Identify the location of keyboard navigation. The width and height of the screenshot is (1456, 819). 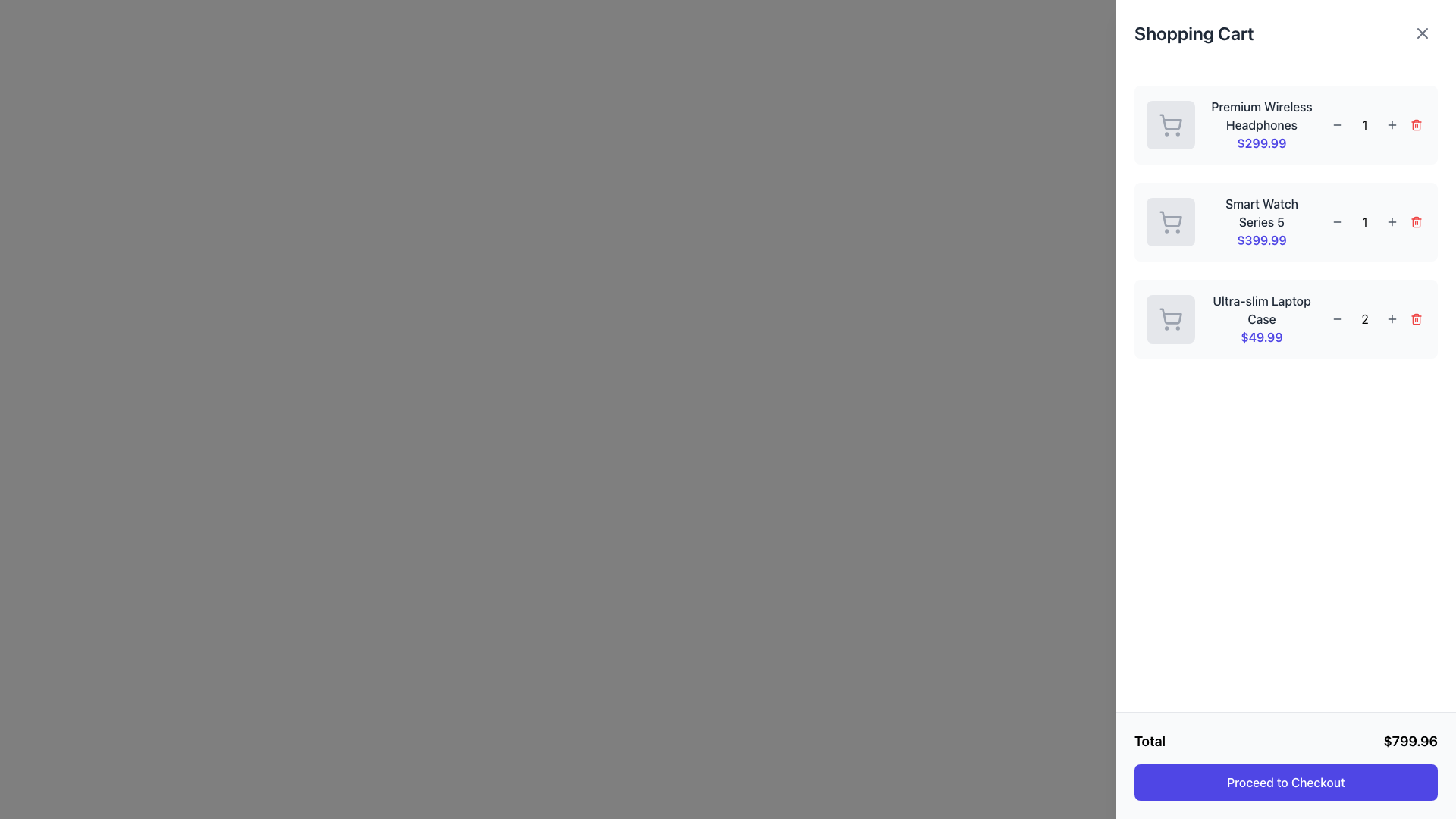
(1415, 222).